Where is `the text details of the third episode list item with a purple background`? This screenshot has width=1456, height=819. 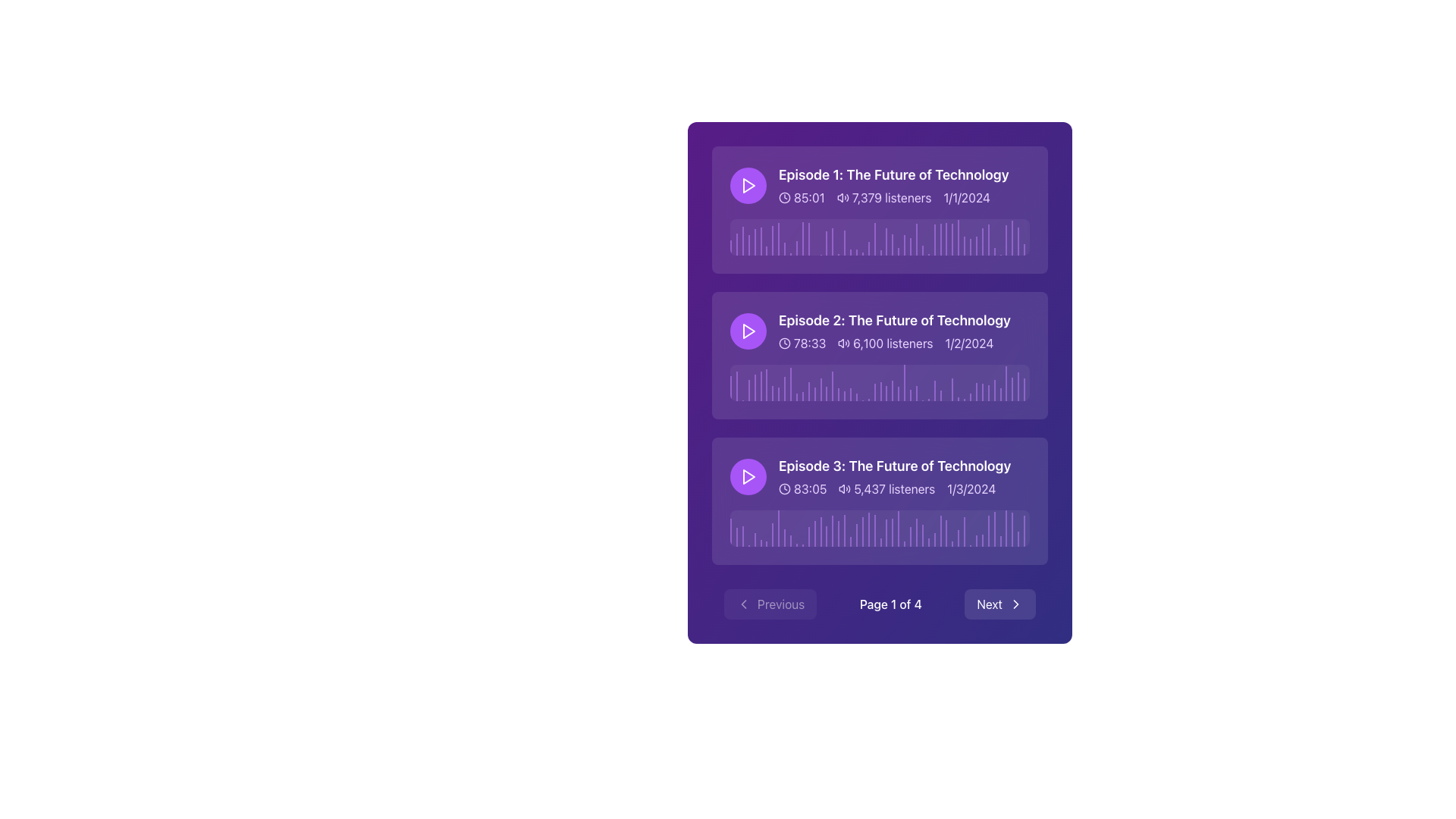
the text details of the third episode list item with a purple background is located at coordinates (880, 475).